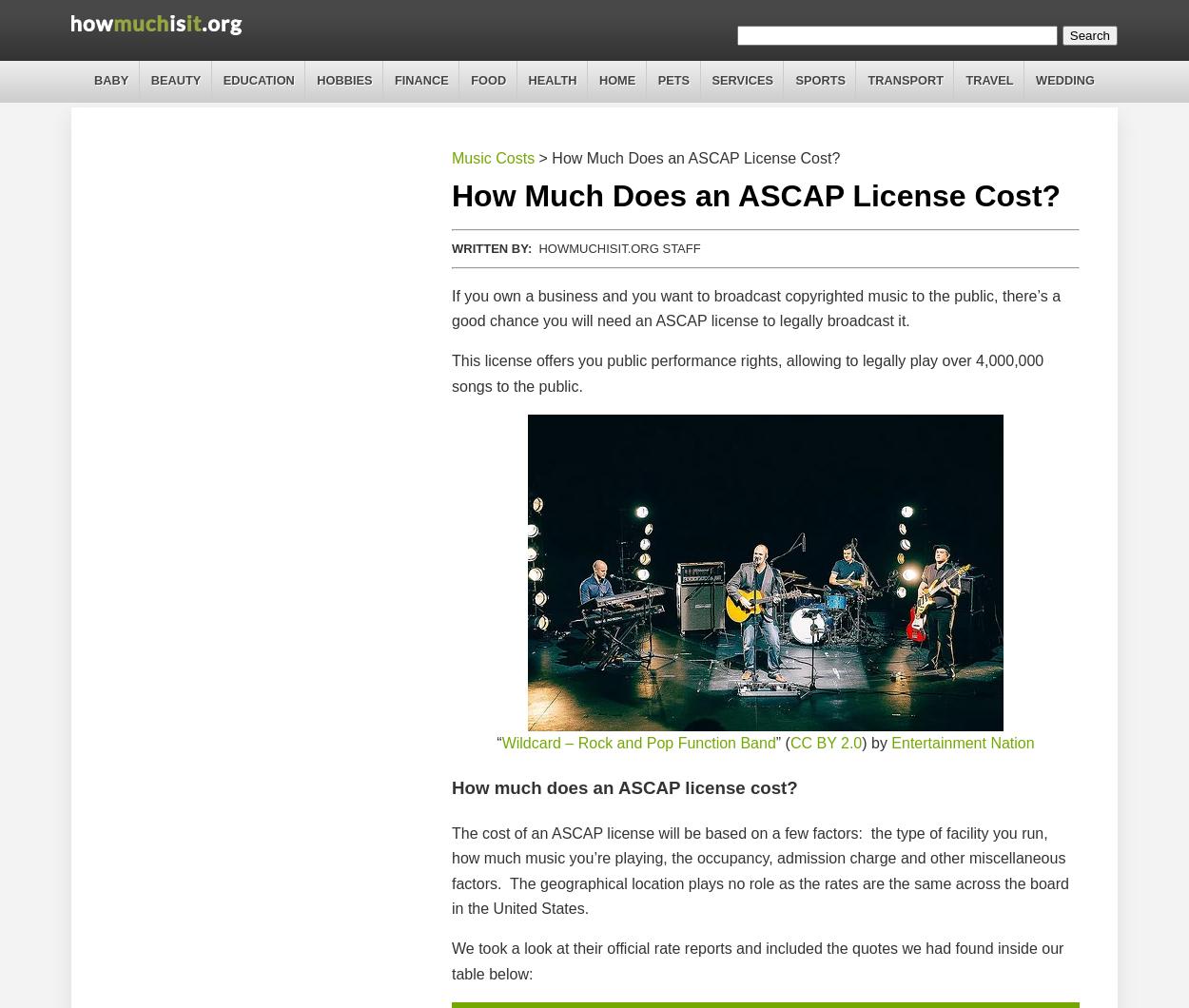 Image resolution: width=1189 pixels, height=1008 pixels. I want to click on 'Education', so click(258, 80).